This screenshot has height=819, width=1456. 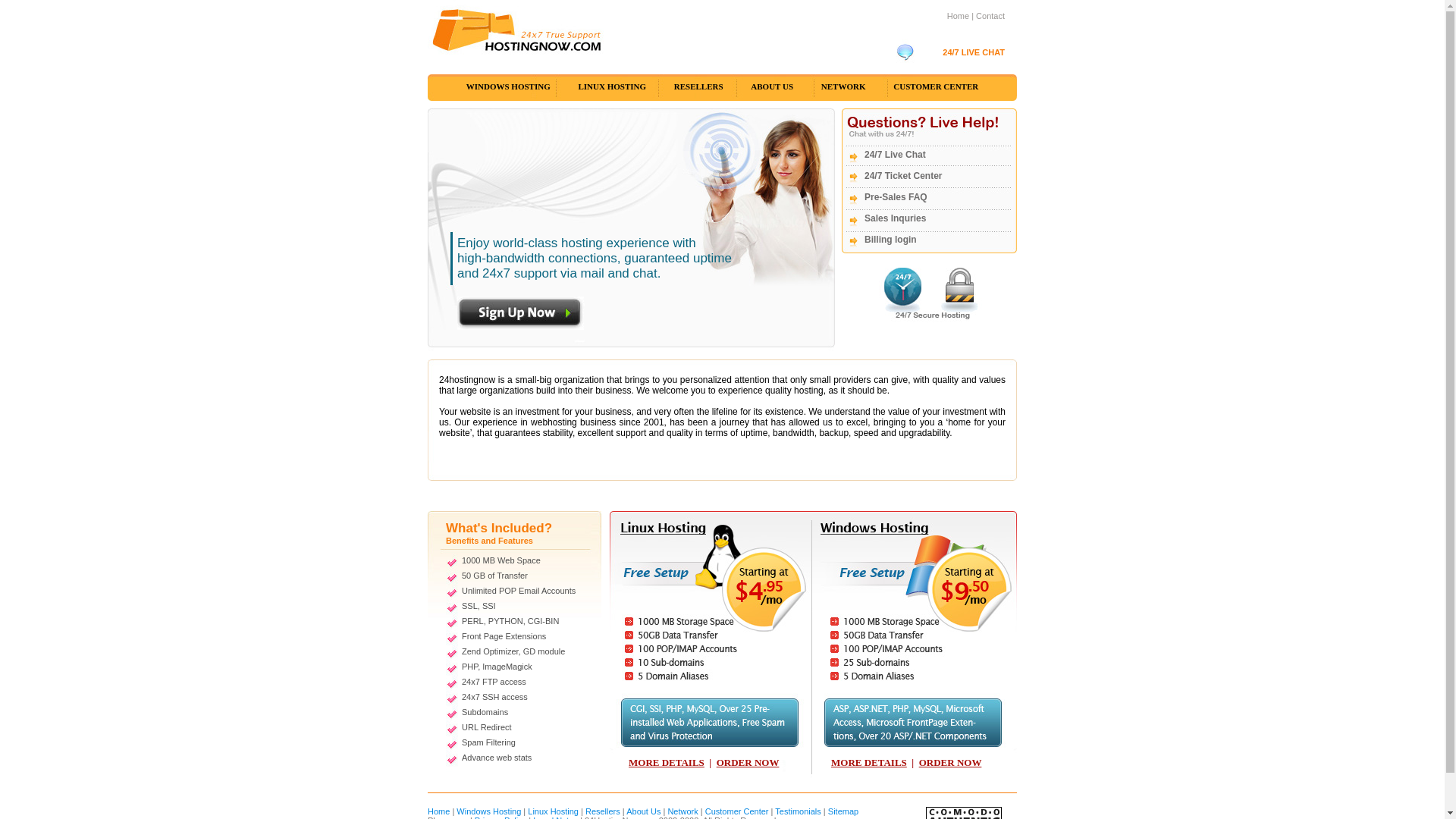 What do you see at coordinates (797, 810) in the screenshot?
I see `'Testimonials'` at bounding box center [797, 810].